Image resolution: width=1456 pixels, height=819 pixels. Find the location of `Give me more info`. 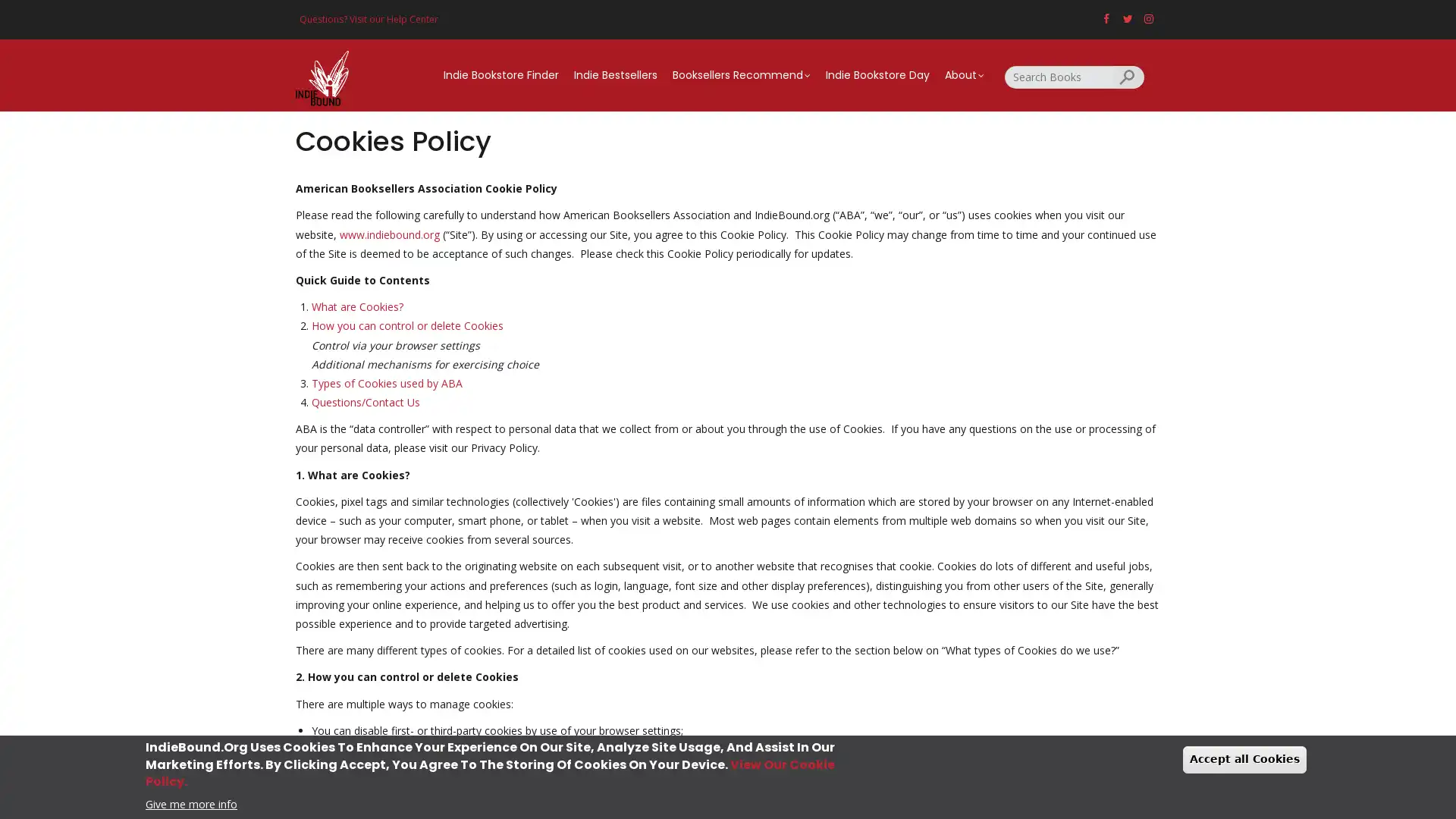

Give me more info is located at coordinates (190, 802).